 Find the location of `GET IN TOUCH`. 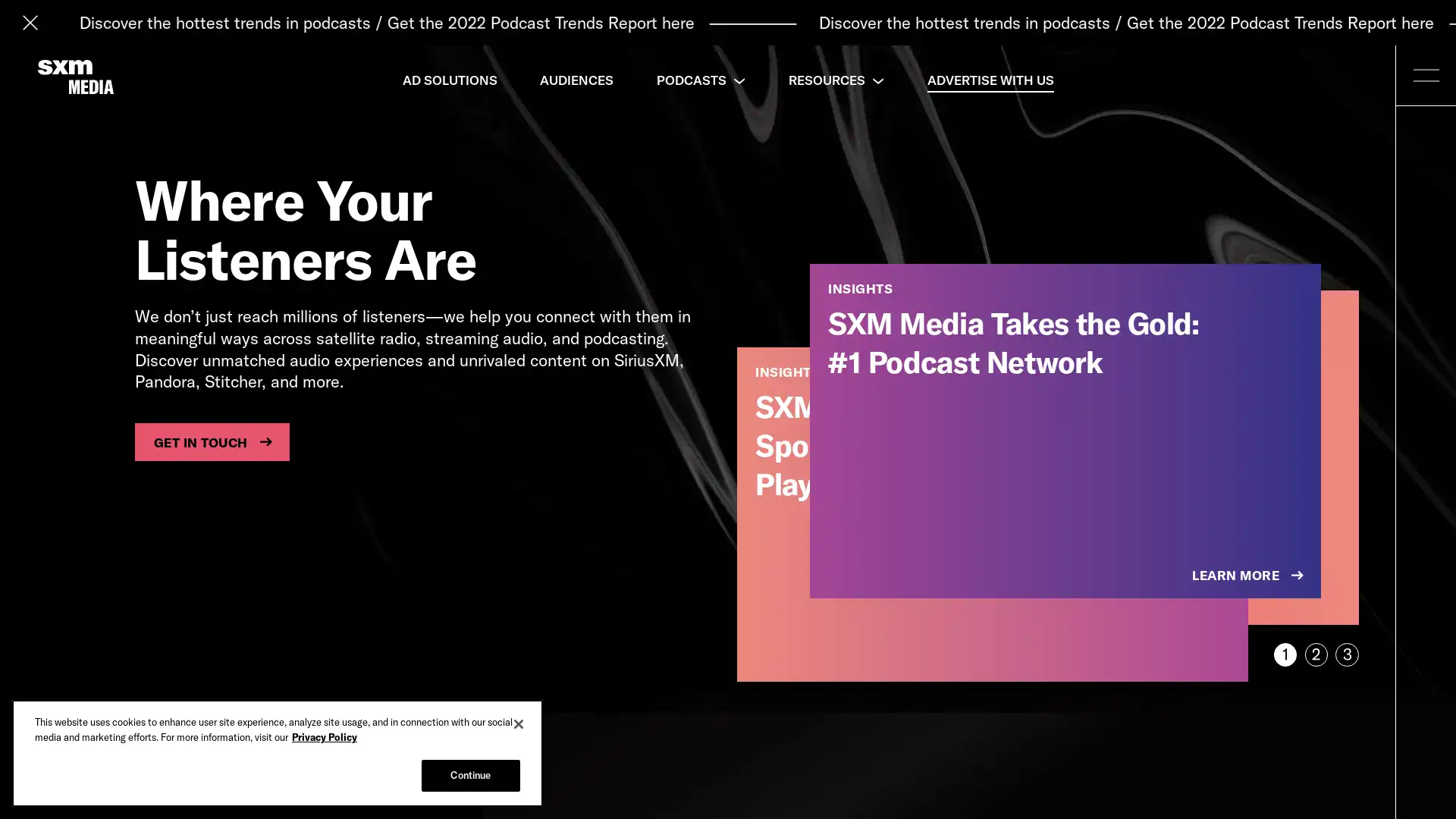

GET IN TOUCH is located at coordinates (211, 441).